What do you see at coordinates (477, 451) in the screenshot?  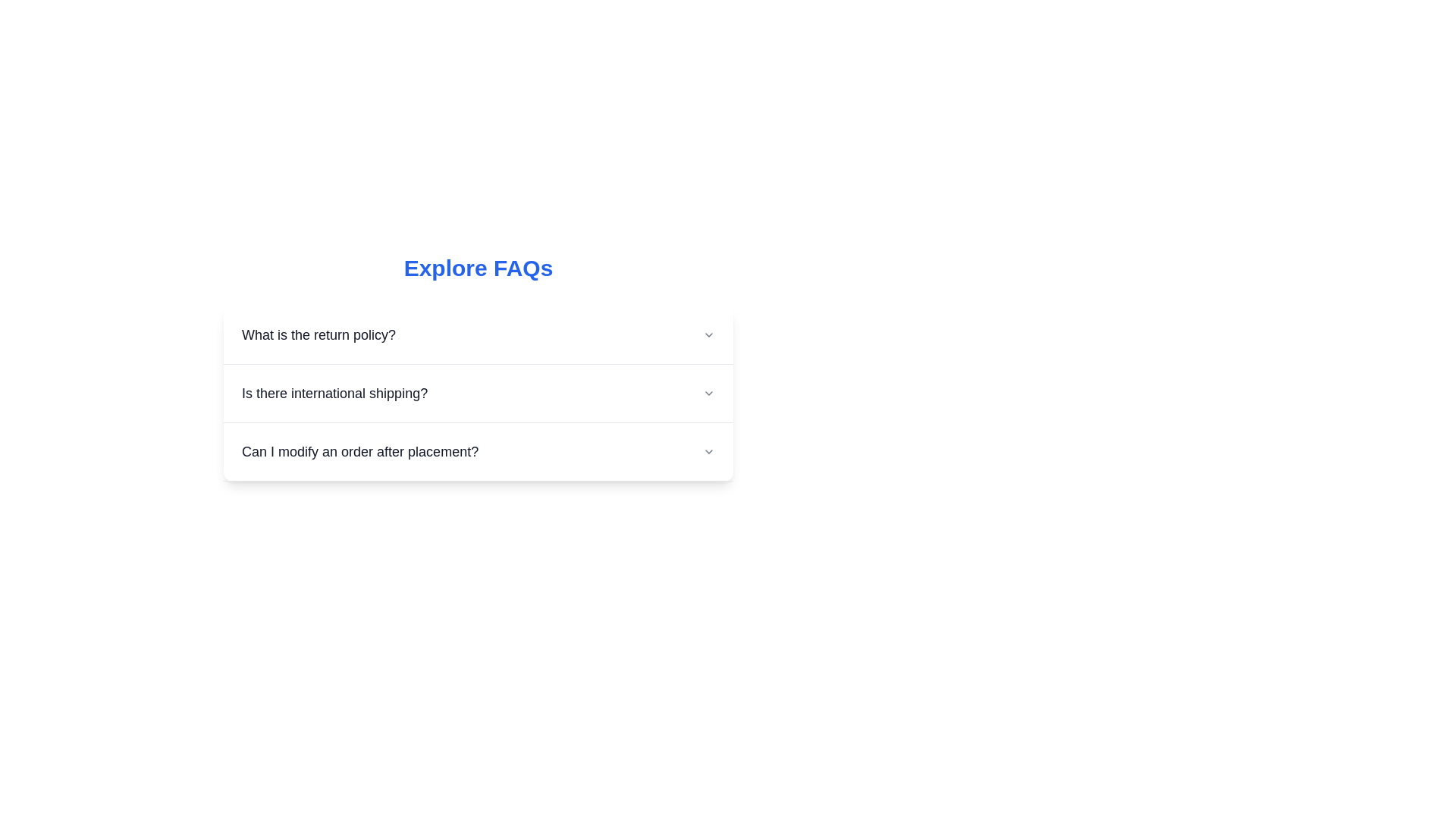 I see `to expand or collapse the FAQ entry titled 'Can I modify an order after placement?' located as the third entry in the FAQ list` at bounding box center [477, 451].